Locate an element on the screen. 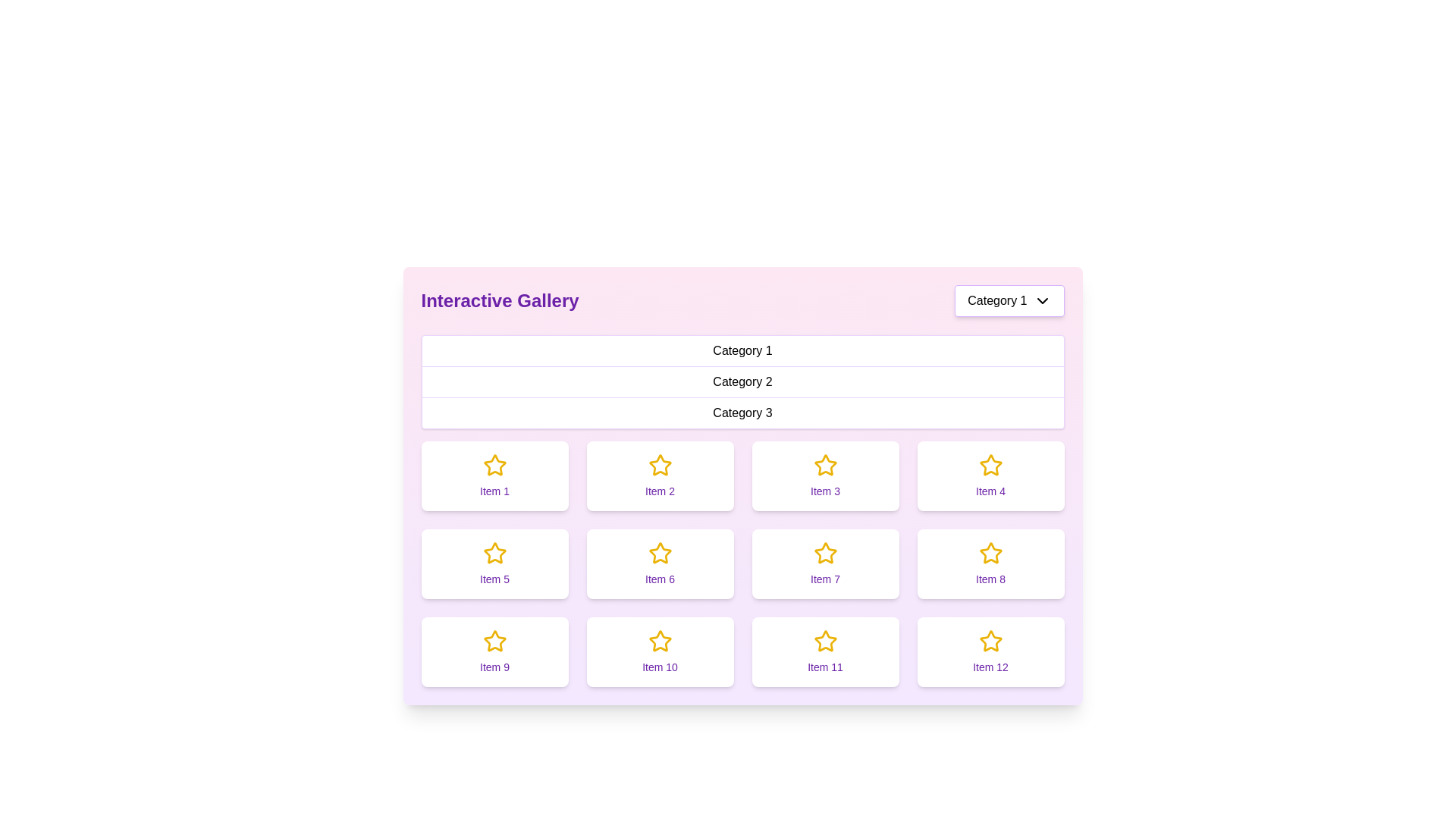  the yellow star-shaped icon with a solid border and a hollow center located within the card labeled 'Item 2', positioned above the text label and centered horizontally inside the card is located at coordinates (660, 464).